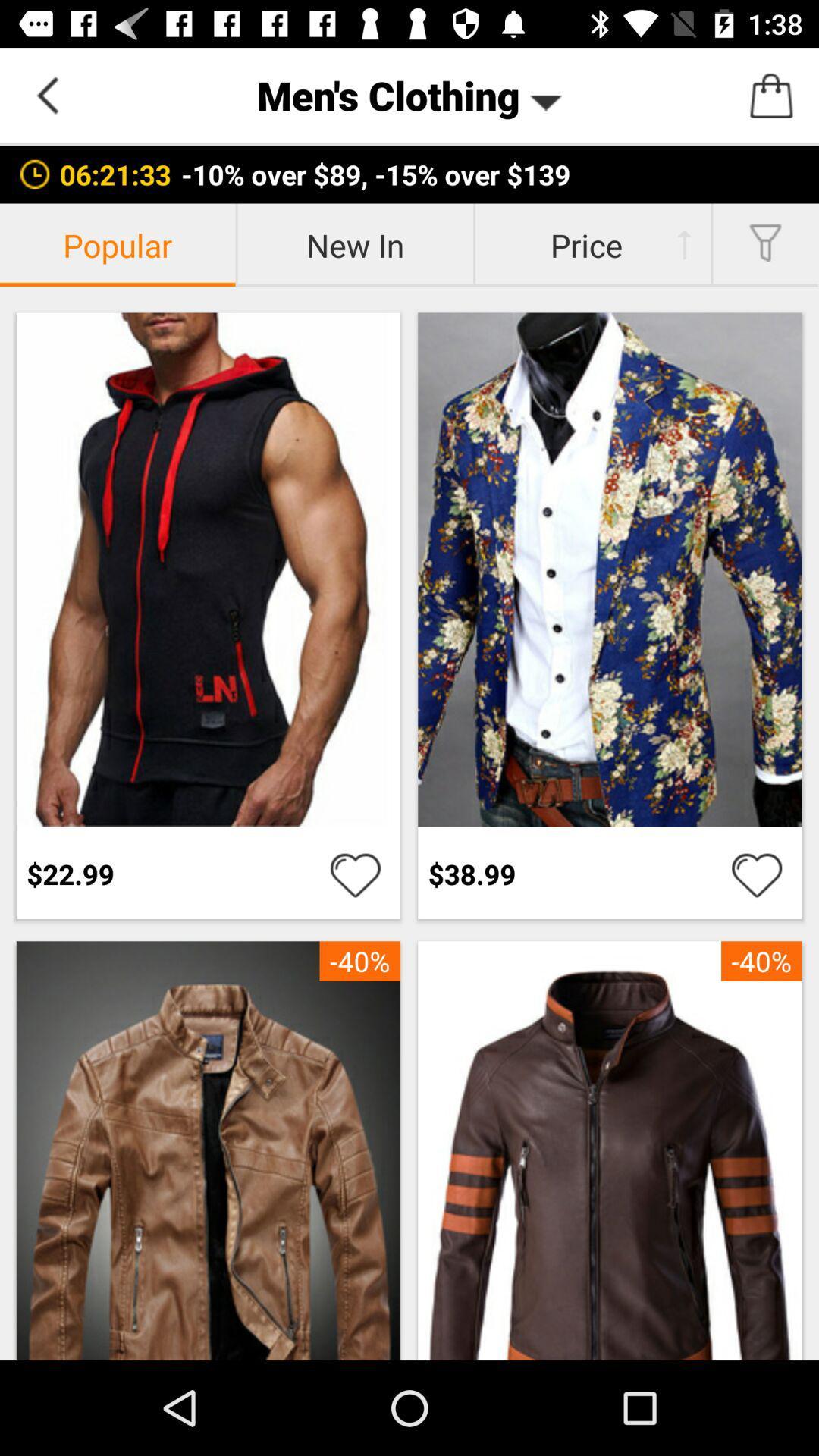 Image resolution: width=819 pixels, height=1456 pixels. I want to click on to wishlist, so click(757, 874).